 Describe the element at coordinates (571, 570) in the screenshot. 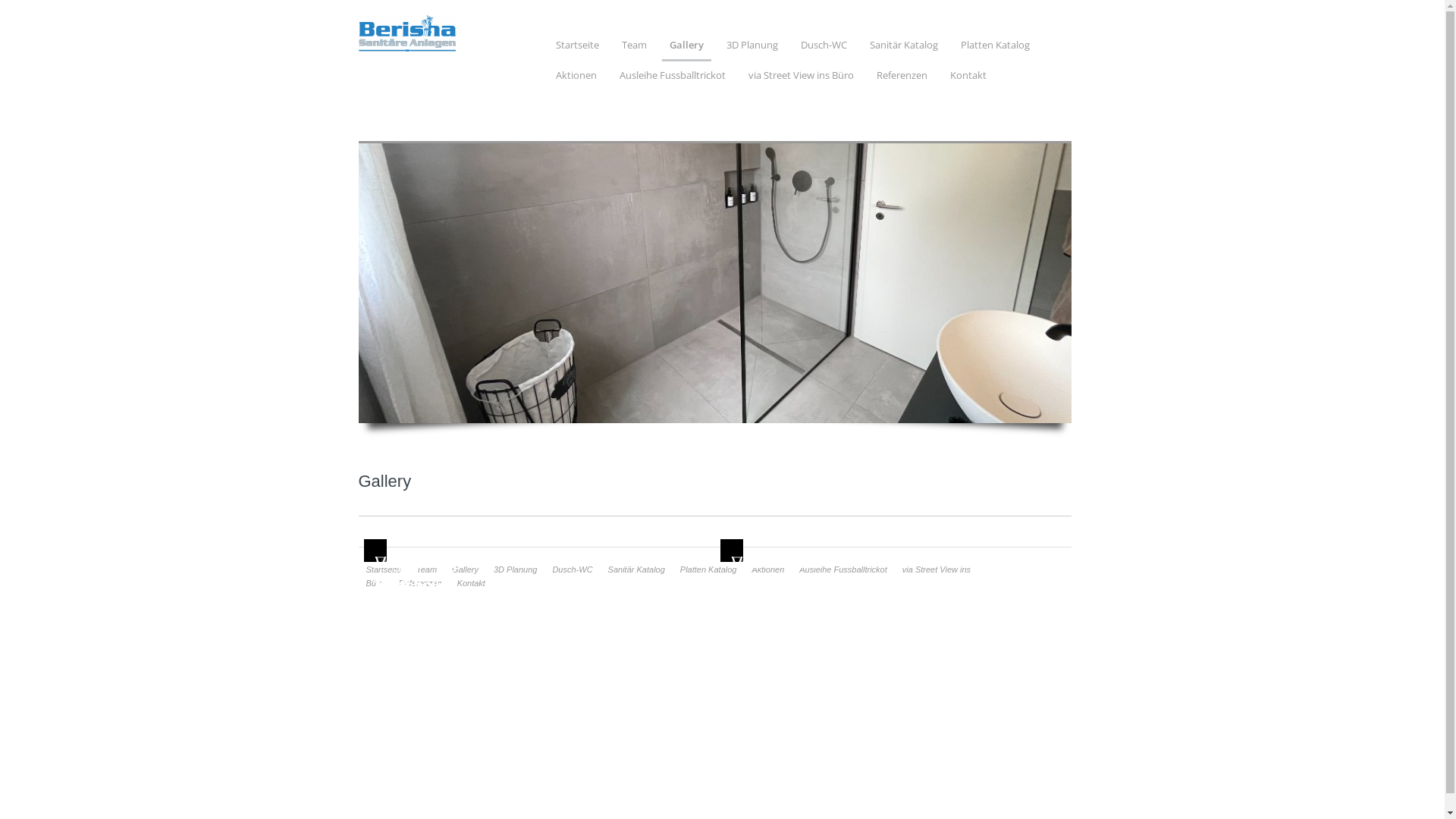

I see `'Dusch-WC'` at that location.